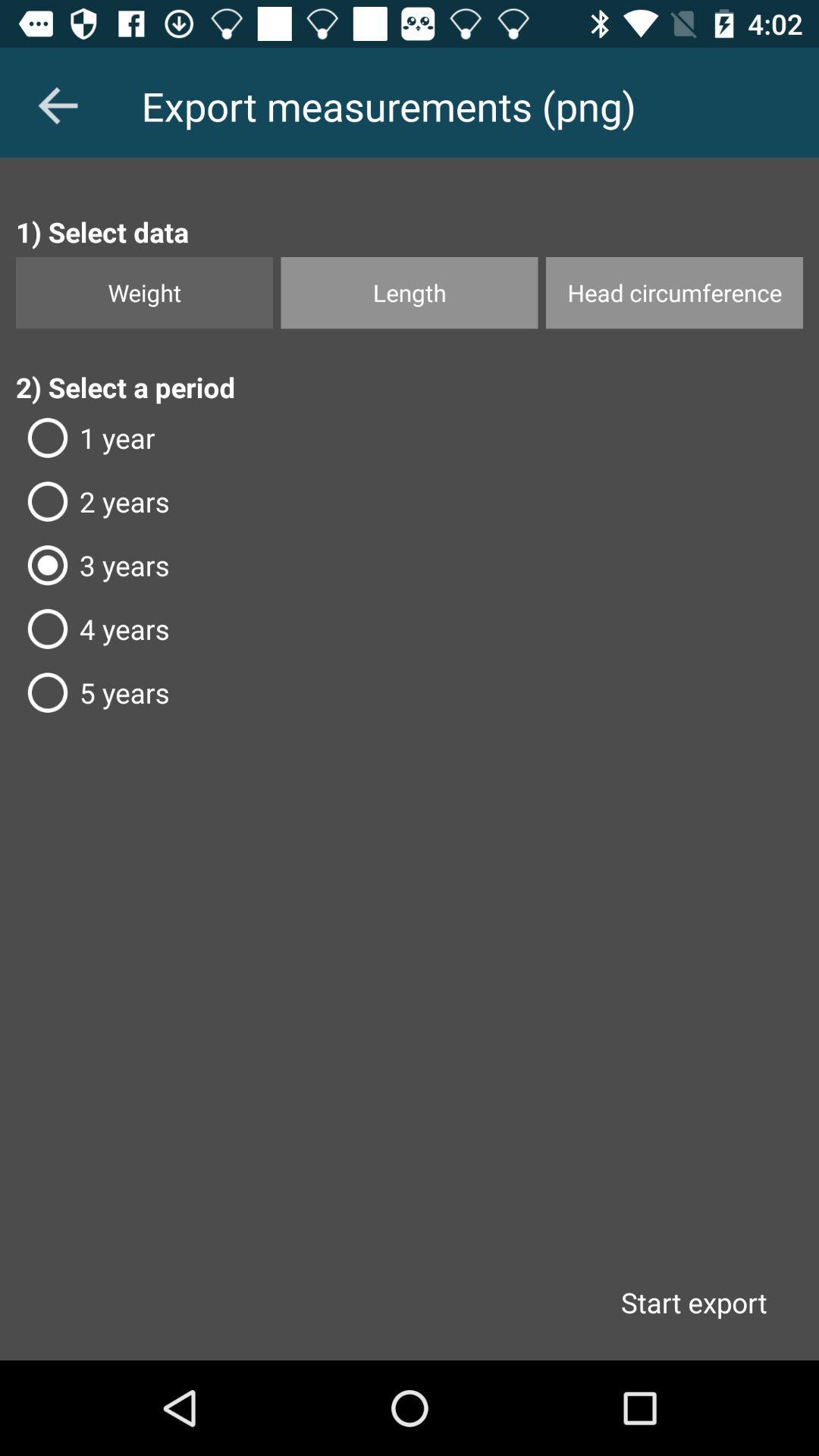 This screenshot has width=819, height=1456. What do you see at coordinates (673, 293) in the screenshot?
I see `item at the top right corner` at bounding box center [673, 293].